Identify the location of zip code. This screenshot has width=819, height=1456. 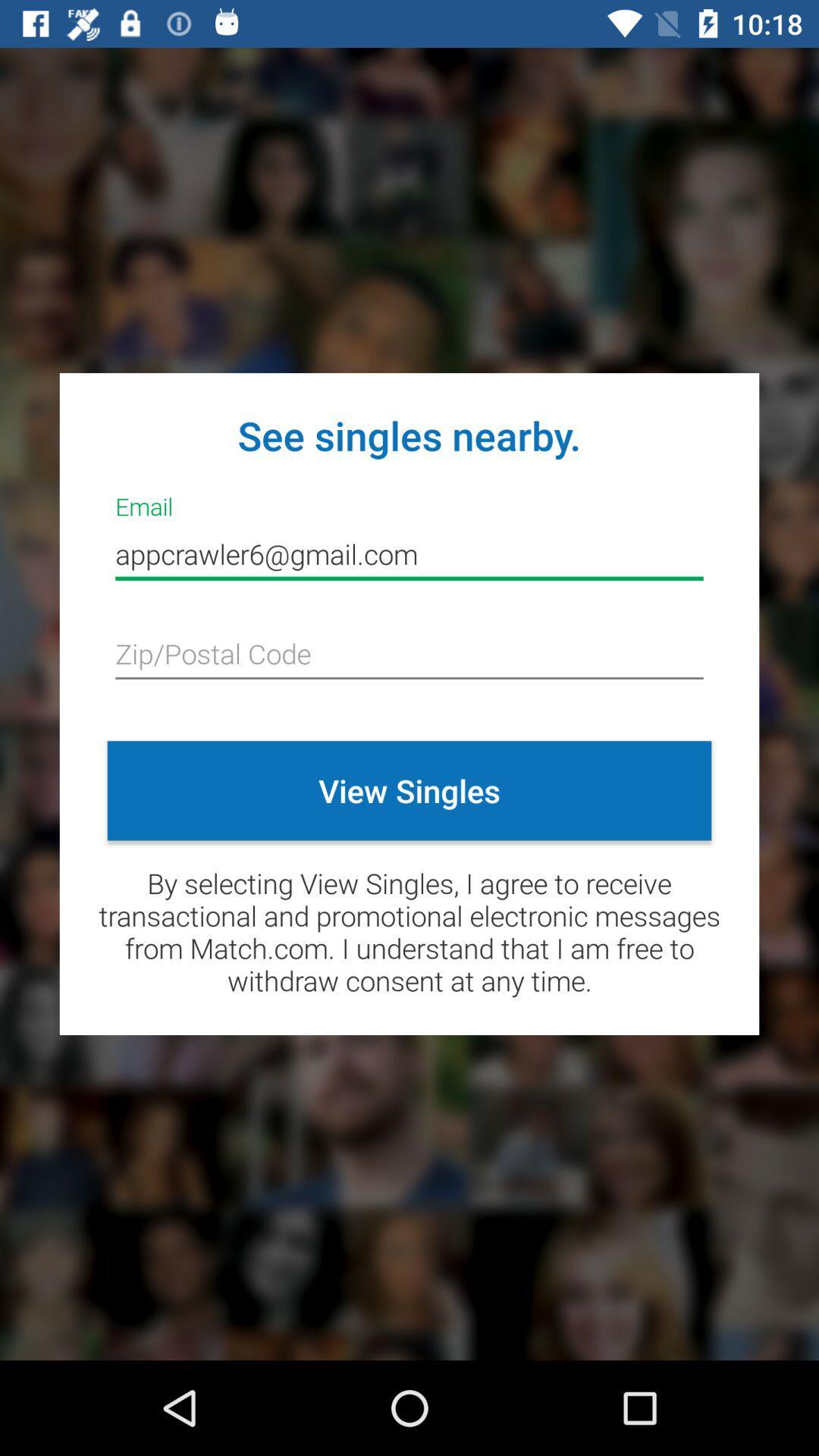
(409, 655).